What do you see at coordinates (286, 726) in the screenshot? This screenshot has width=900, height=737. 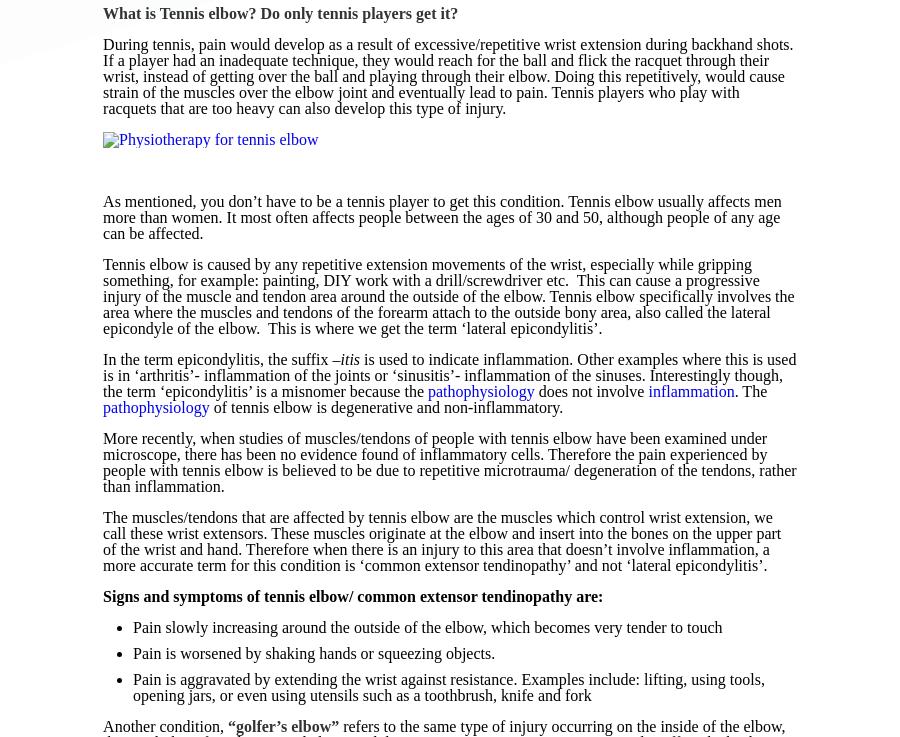 I see `'golfer’s elbow”'` at bounding box center [286, 726].